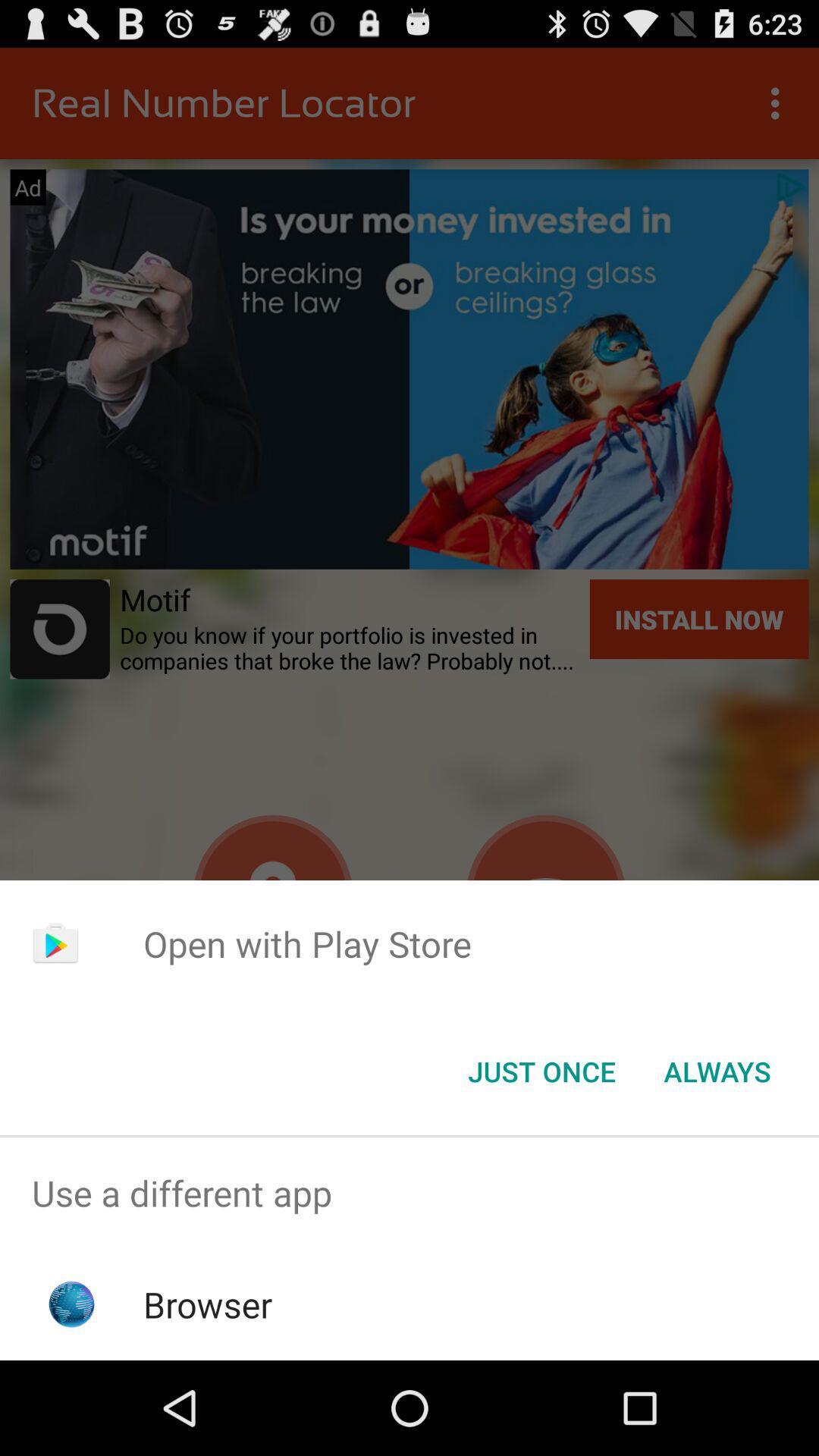 The height and width of the screenshot is (1456, 819). Describe the element at coordinates (541, 1070) in the screenshot. I see `button next to always button` at that location.